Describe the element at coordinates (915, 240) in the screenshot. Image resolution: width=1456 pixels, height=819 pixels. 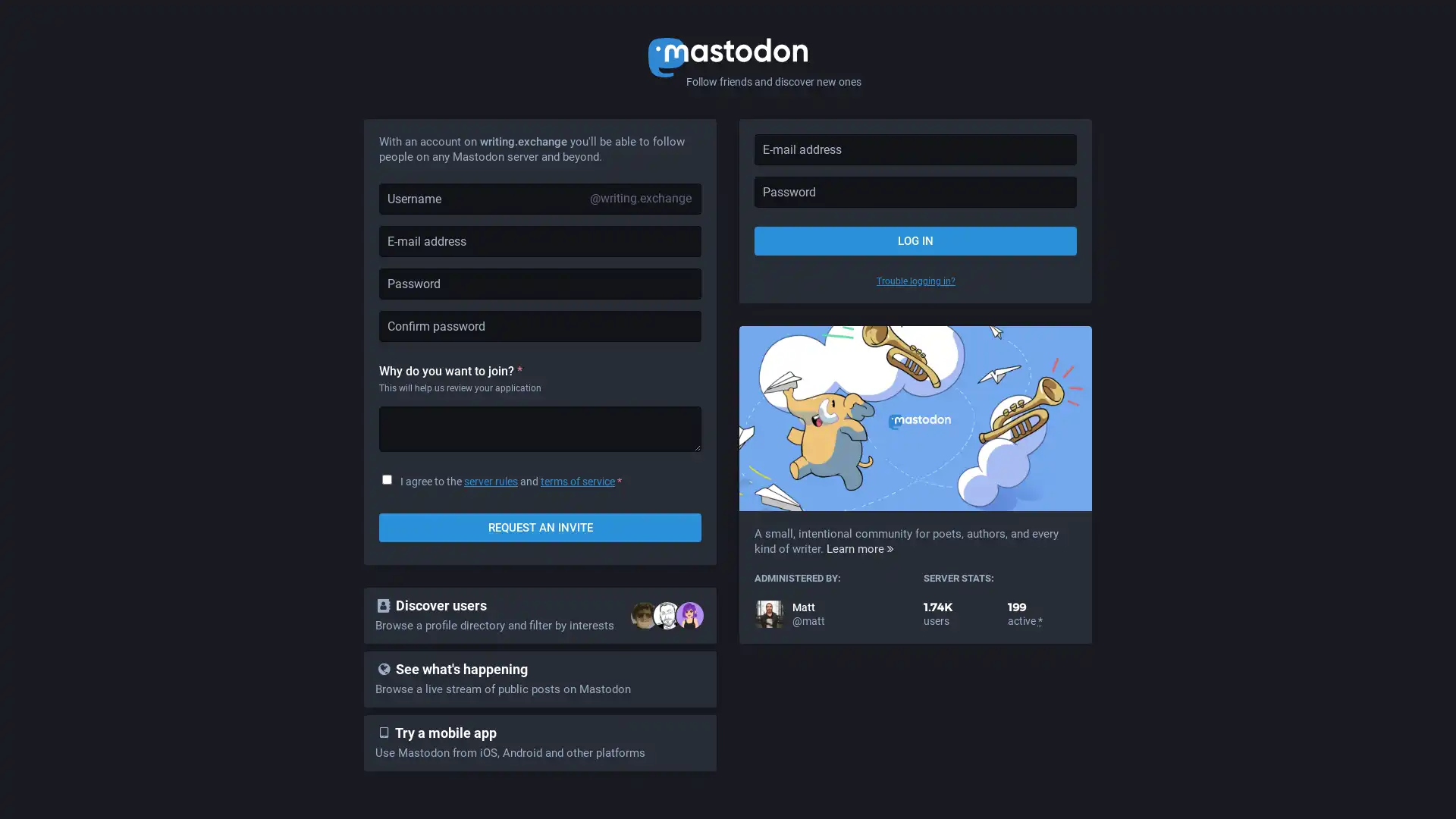
I see `LOG IN` at that location.